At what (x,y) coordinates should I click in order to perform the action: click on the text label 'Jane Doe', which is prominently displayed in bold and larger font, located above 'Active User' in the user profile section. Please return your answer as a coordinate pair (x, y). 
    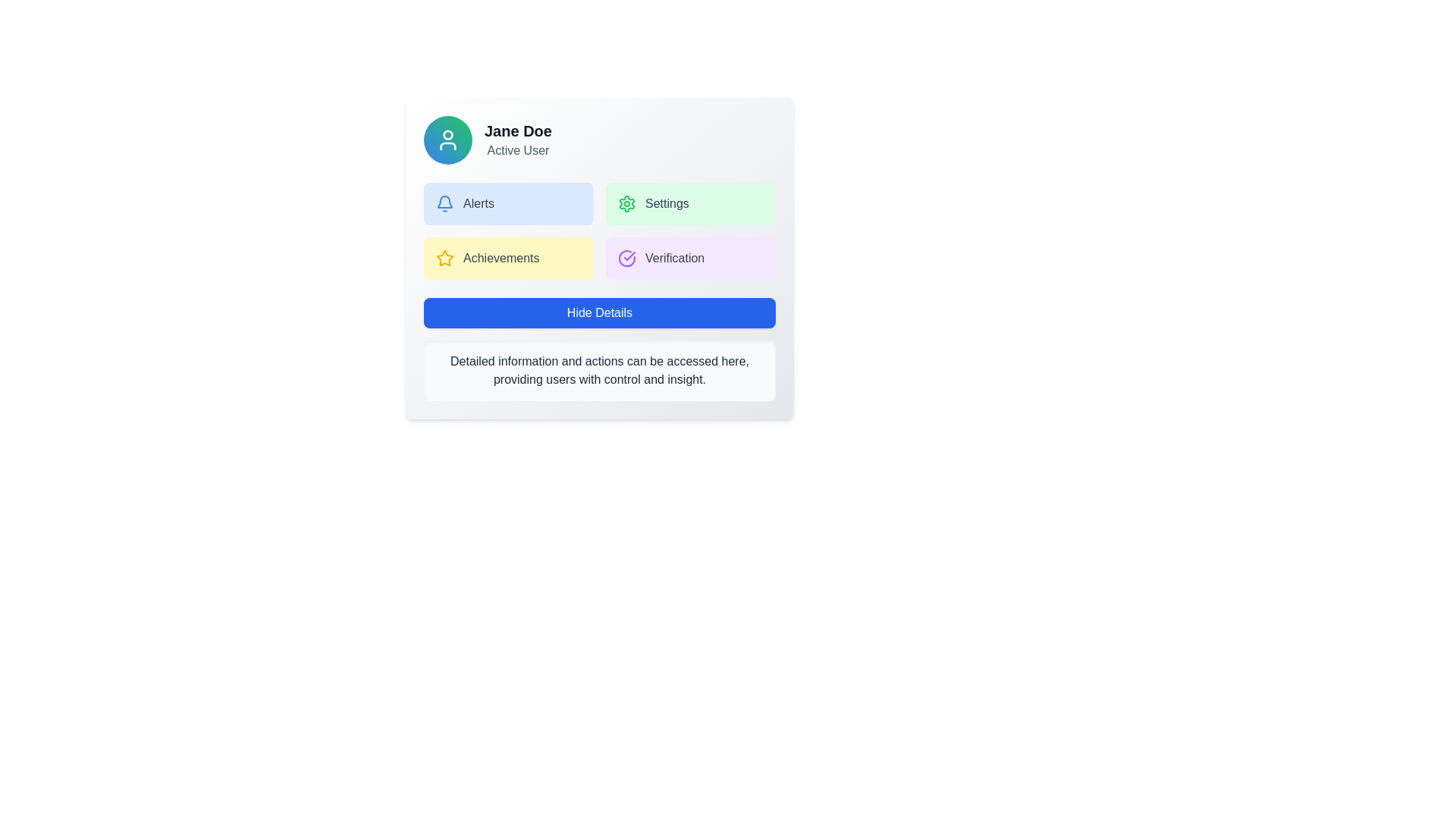
    Looking at the image, I should click on (518, 130).